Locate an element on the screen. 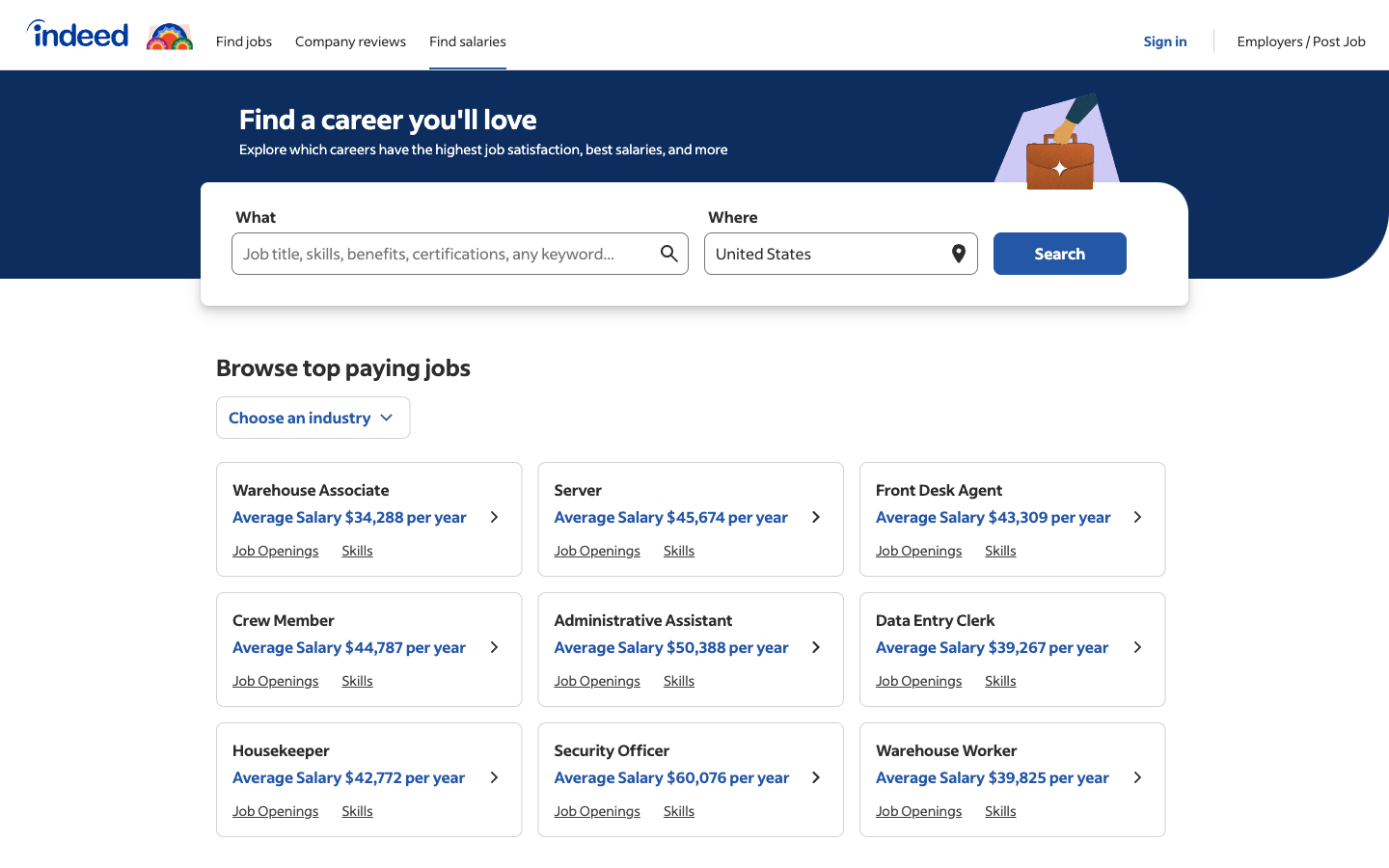 The image size is (1389, 868). Verify the necessary qualifications for the "Administrative Assistant" role is located at coordinates (1000, 810).